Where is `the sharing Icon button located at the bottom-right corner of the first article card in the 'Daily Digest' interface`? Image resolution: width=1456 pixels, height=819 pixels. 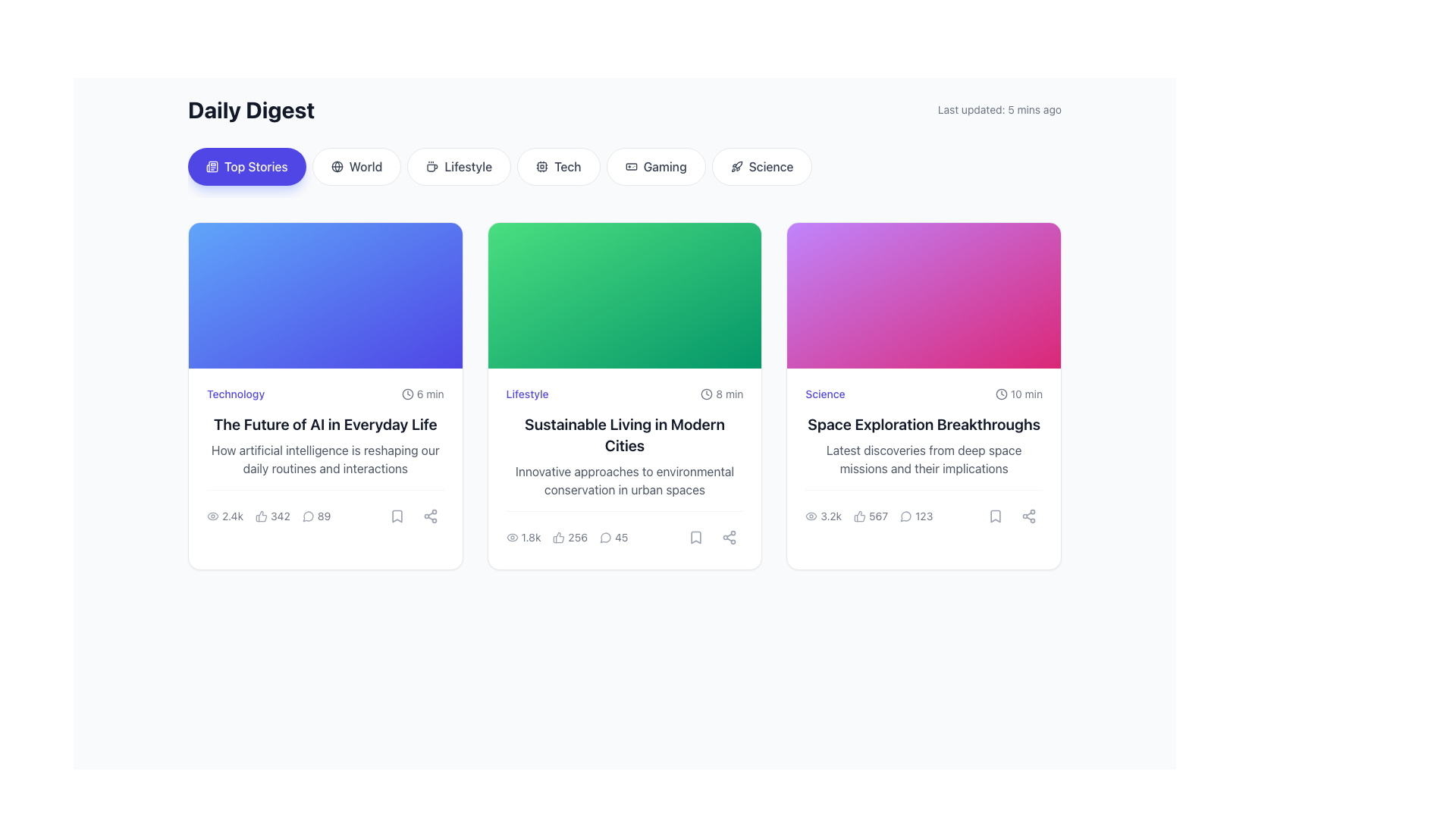
the sharing Icon button located at the bottom-right corner of the first article card in the 'Daily Digest' interface is located at coordinates (429, 516).